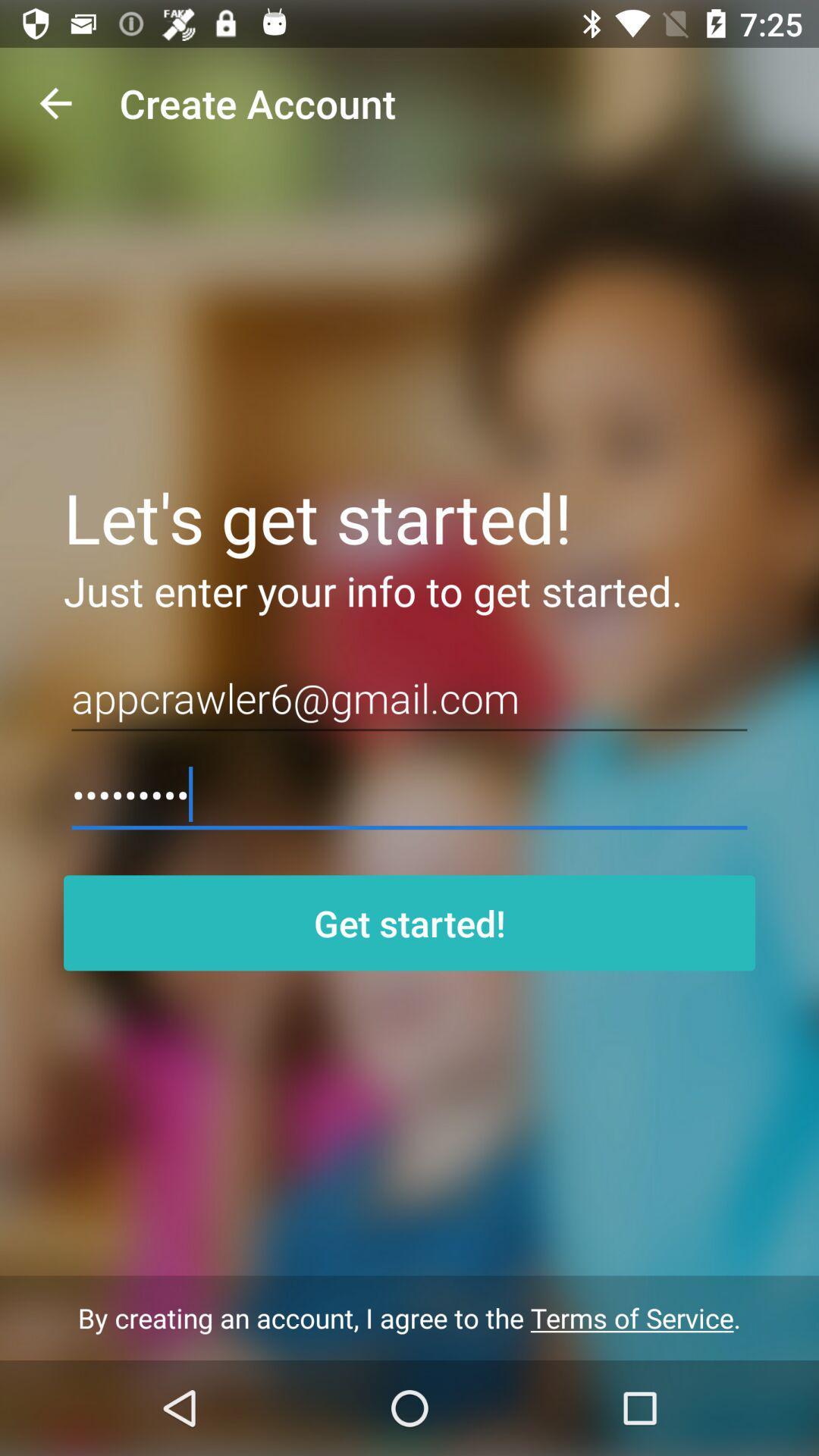 The width and height of the screenshot is (819, 1456). Describe the element at coordinates (409, 698) in the screenshot. I see `appcrawler6@gmail.com icon` at that location.